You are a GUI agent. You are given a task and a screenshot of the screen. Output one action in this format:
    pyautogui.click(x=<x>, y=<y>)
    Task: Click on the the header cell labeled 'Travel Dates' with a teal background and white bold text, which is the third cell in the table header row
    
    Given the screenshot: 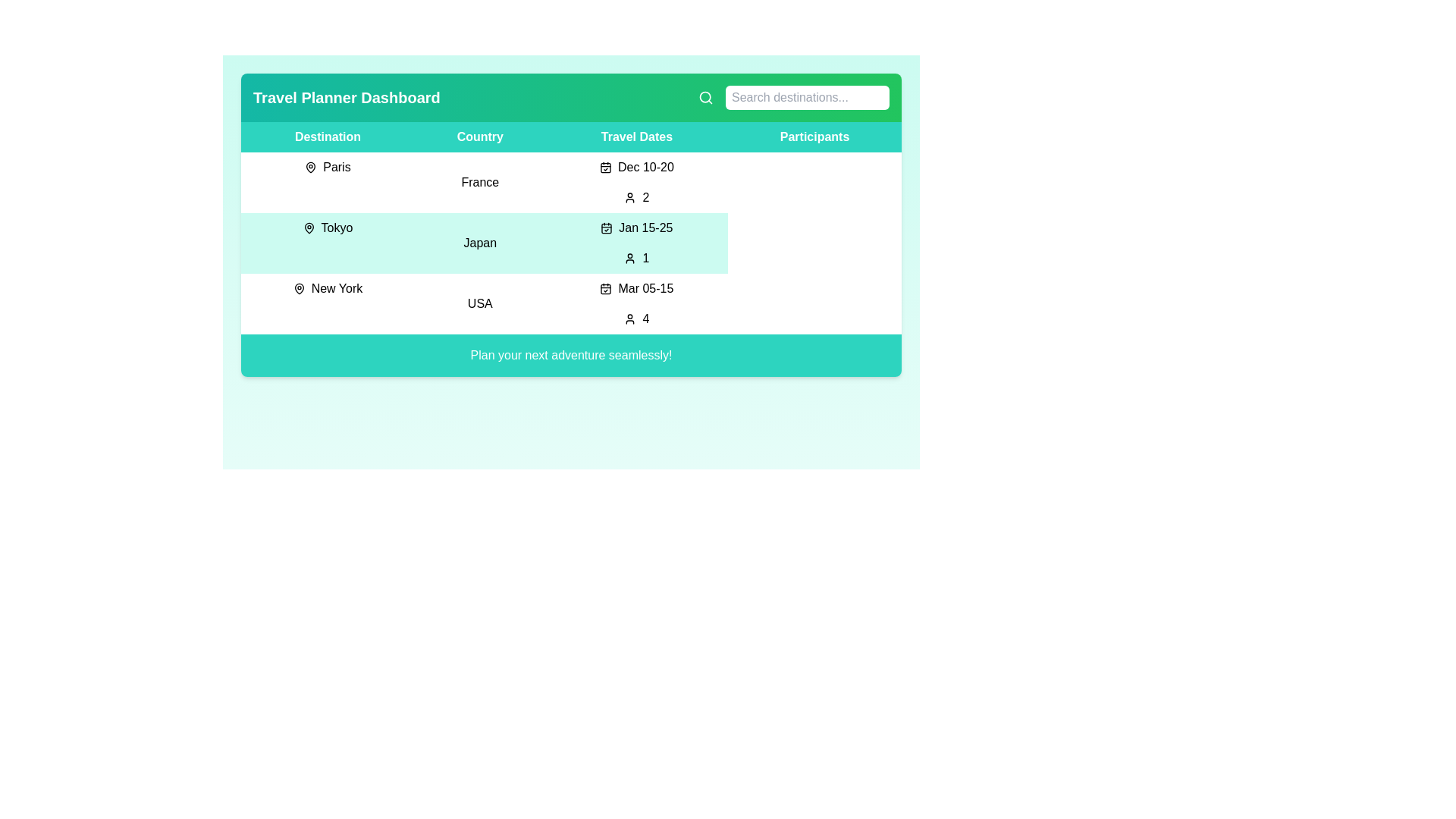 What is the action you would take?
    pyautogui.click(x=637, y=137)
    